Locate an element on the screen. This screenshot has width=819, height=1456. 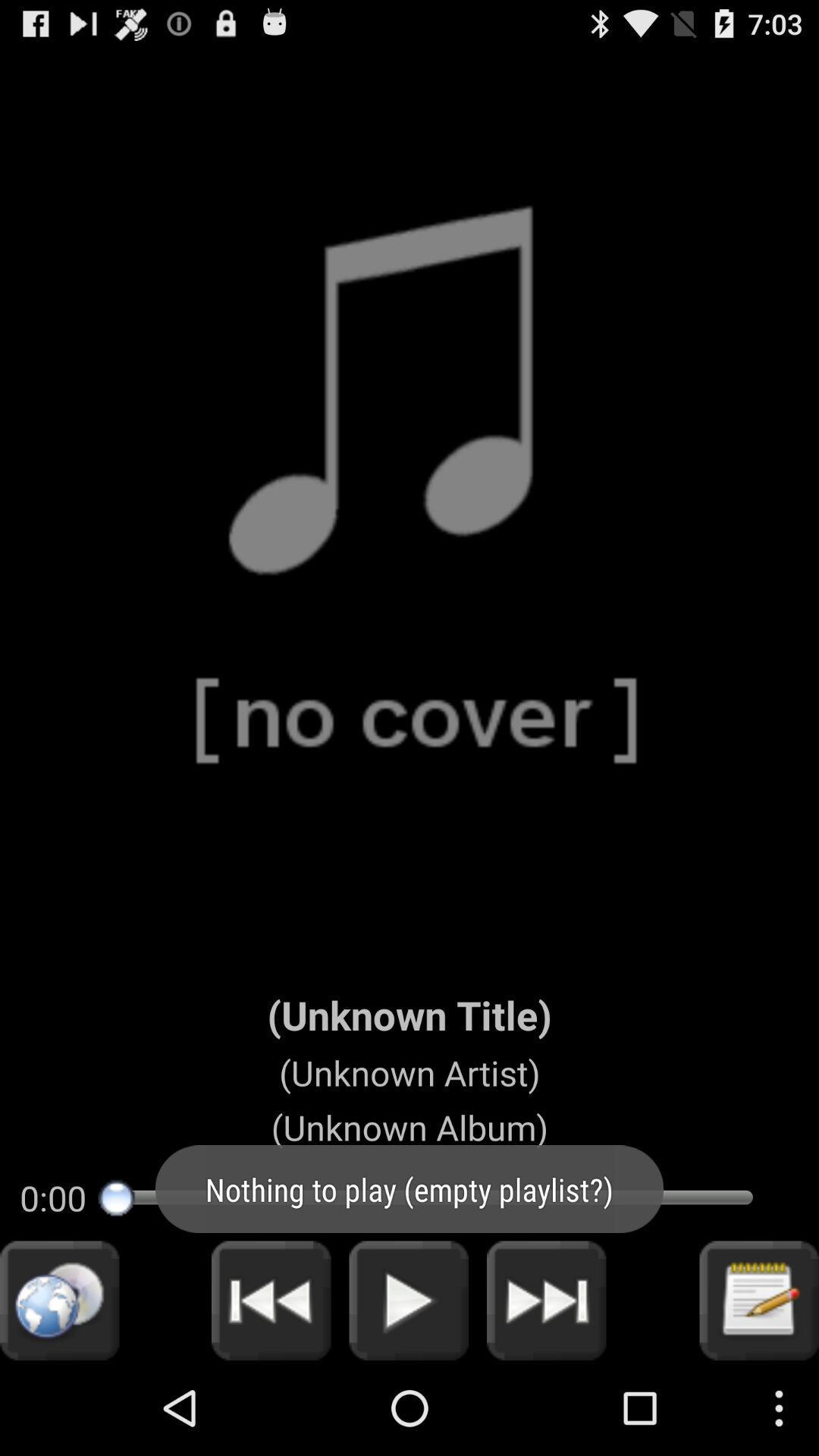
the edit icon is located at coordinates (759, 1392).